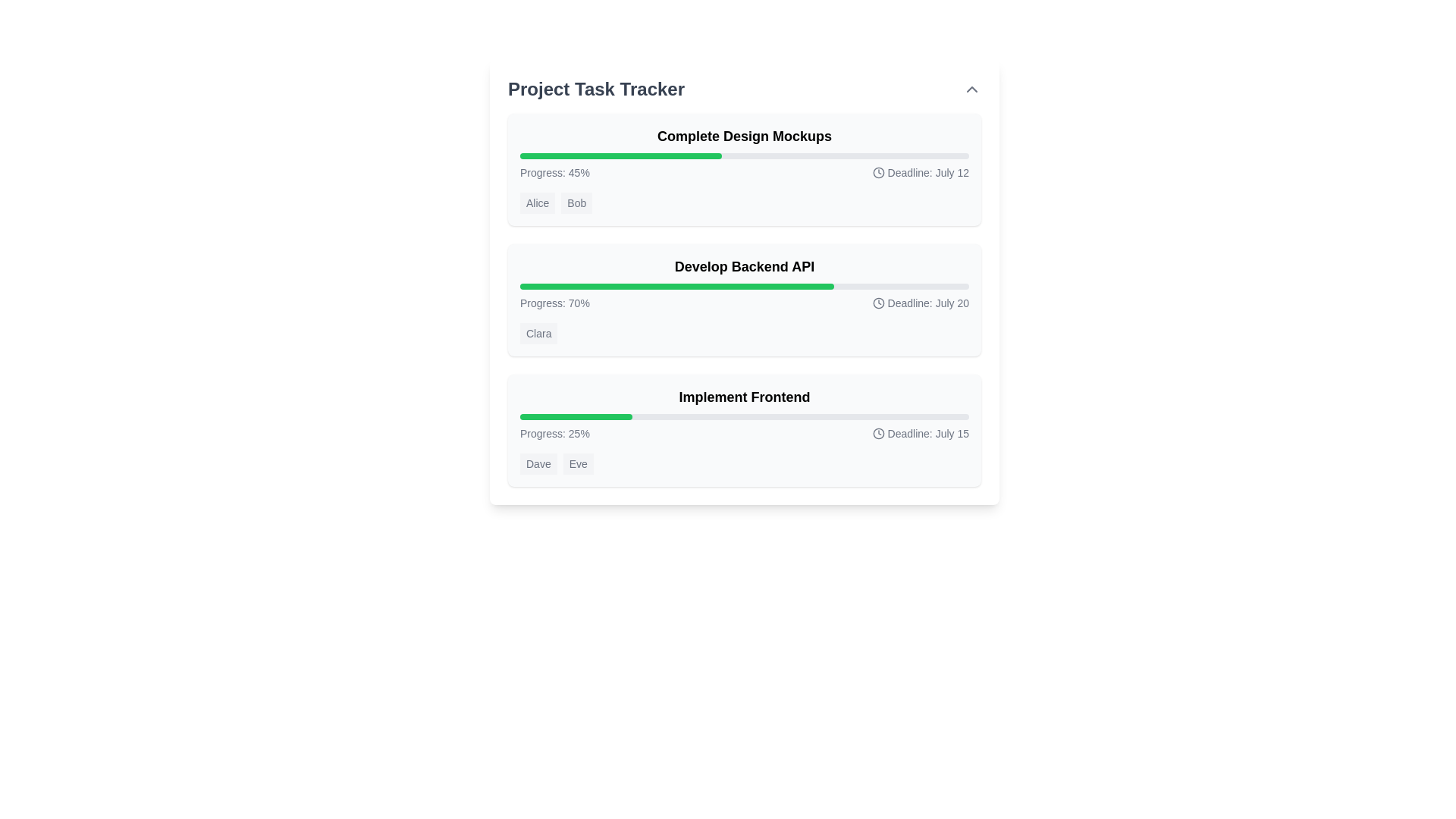 Image resolution: width=1456 pixels, height=819 pixels. What do you see at coordinates (745, 300) in the screenshot?
I see `the assigned user 'Clara' in the second task block of the 'Project Task Tracker' section that shows the status of the 'Develop Backend API' task` at bounding box center [745, 300].